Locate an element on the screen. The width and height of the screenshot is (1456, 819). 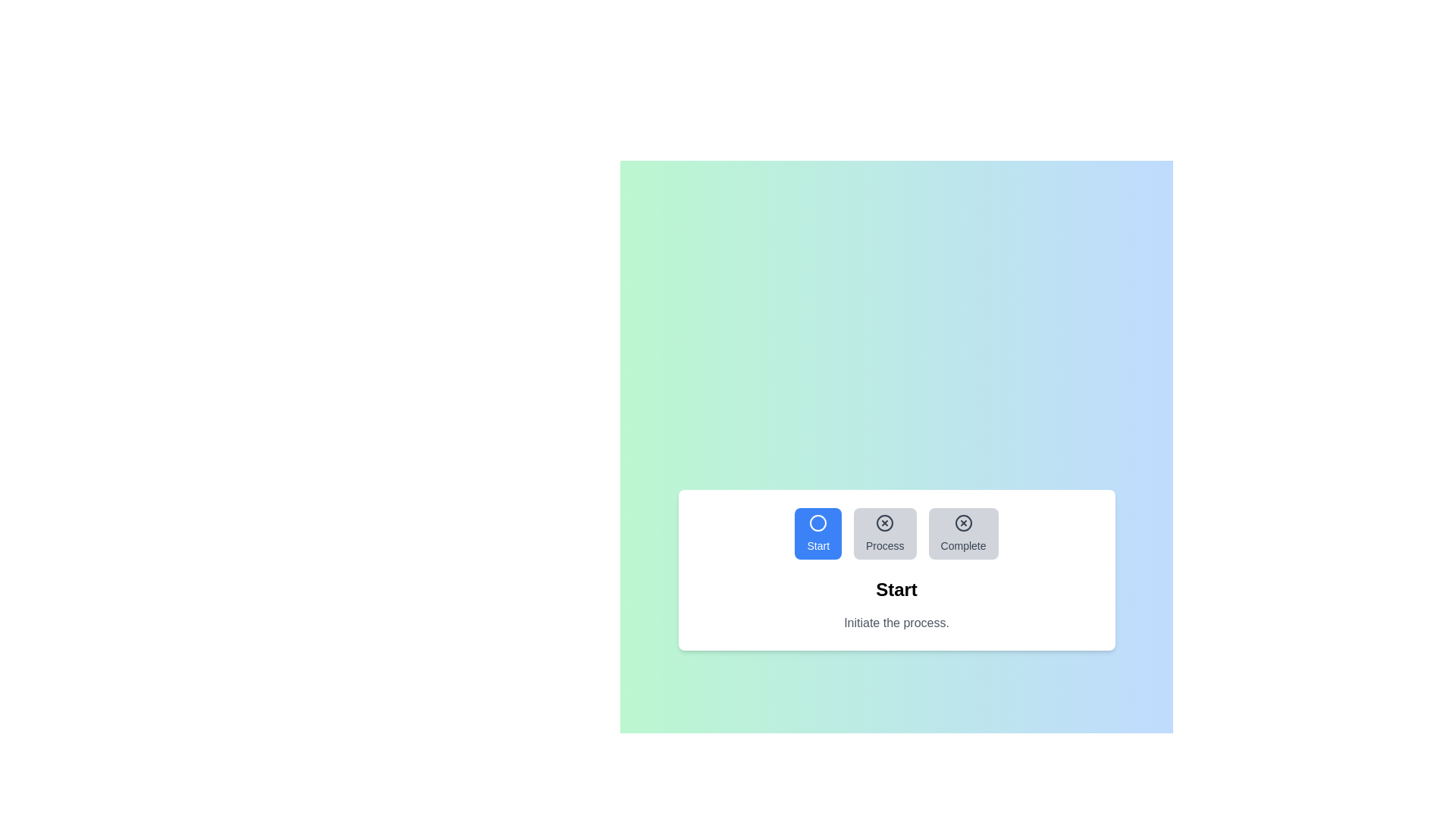
the 'Process' button, which is a rectangular button with rounded corners, light gray background, and dark gray text is located at coordinates (885, 533).